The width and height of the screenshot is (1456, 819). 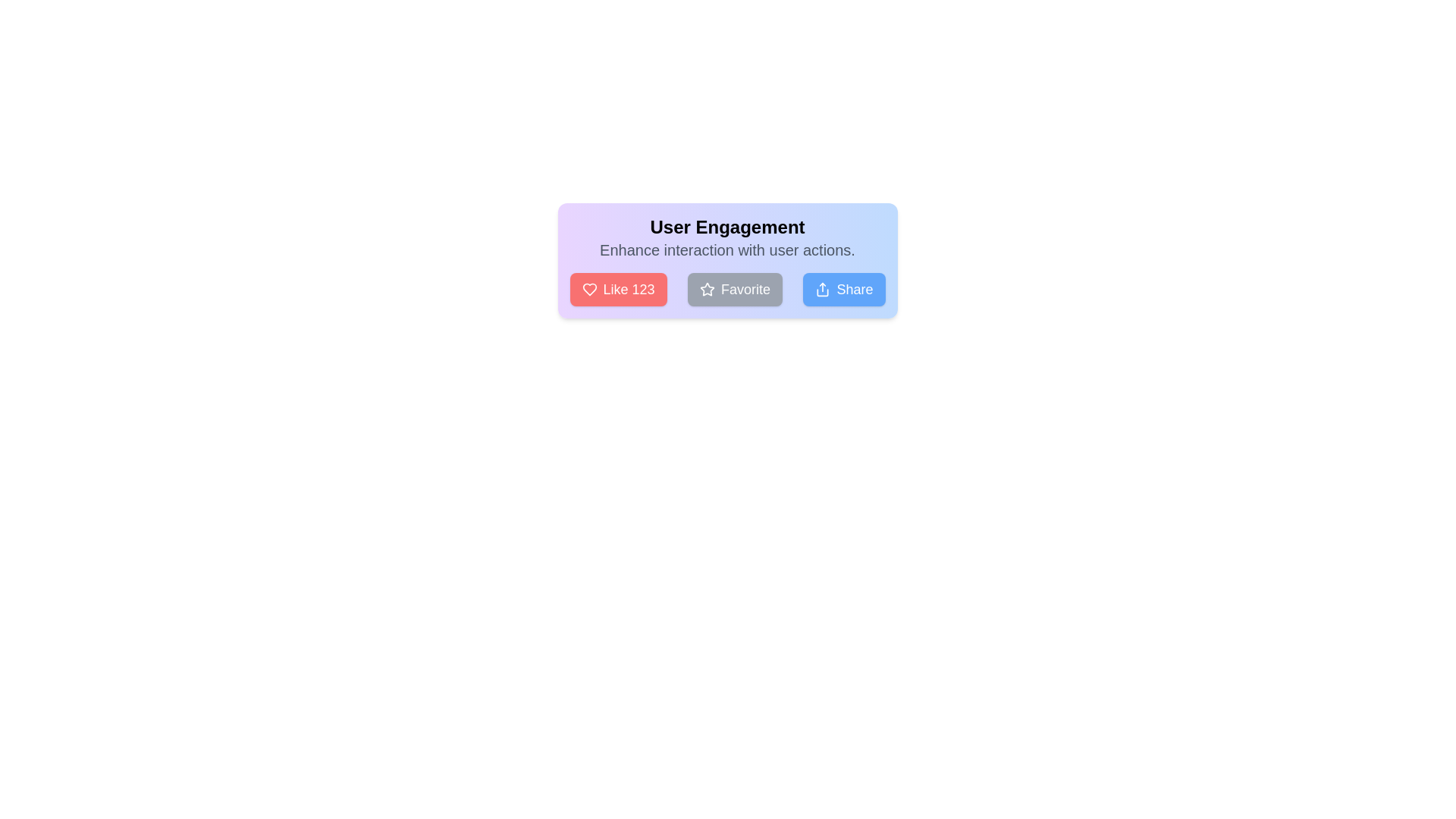 I want to click on the button containing the 'Favorite' text label, which is styled with a white font on a gray rounded rectangle, located in the middle of a row of buttons, so click(x=745, y=289).